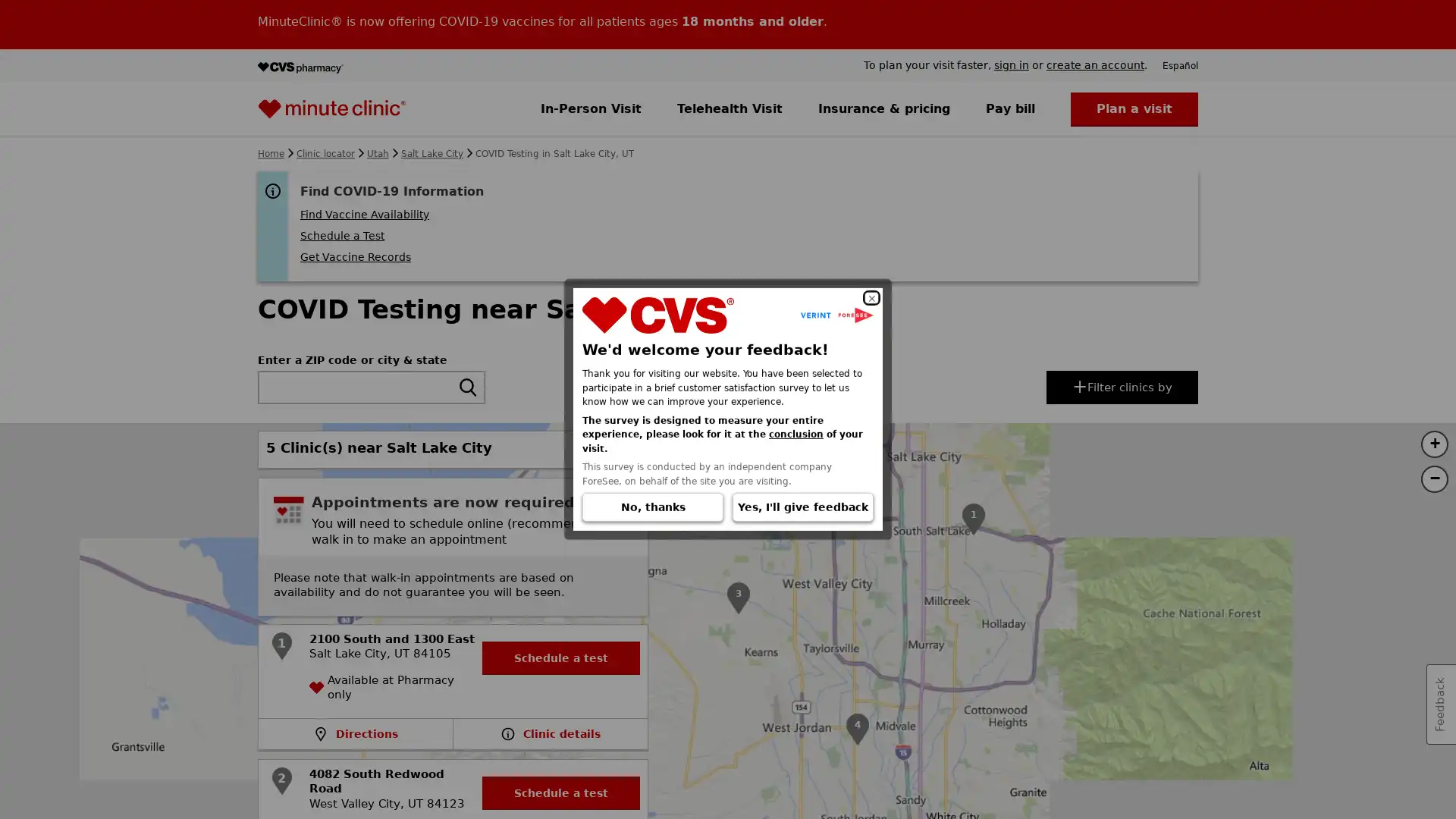 Image resolution: width=1456 pixels, height=819 pixels. Describe the element at coordinates (652, 507) in the screenshot. I see `No, thanks` at that location.